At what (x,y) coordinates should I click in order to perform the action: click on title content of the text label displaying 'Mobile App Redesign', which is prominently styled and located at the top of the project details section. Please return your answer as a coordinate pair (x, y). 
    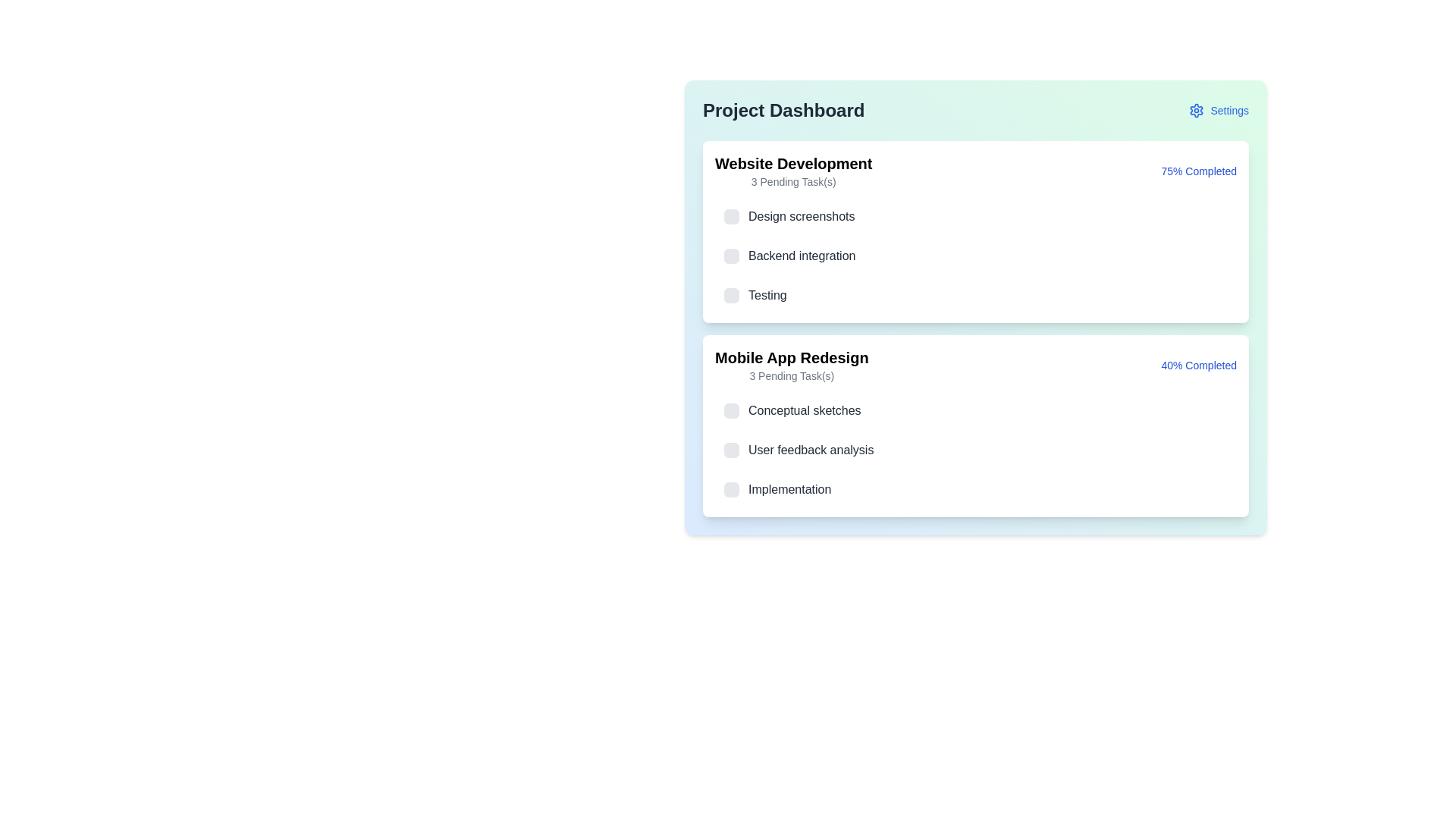
    Looking at the image, I should click on (791, 357).